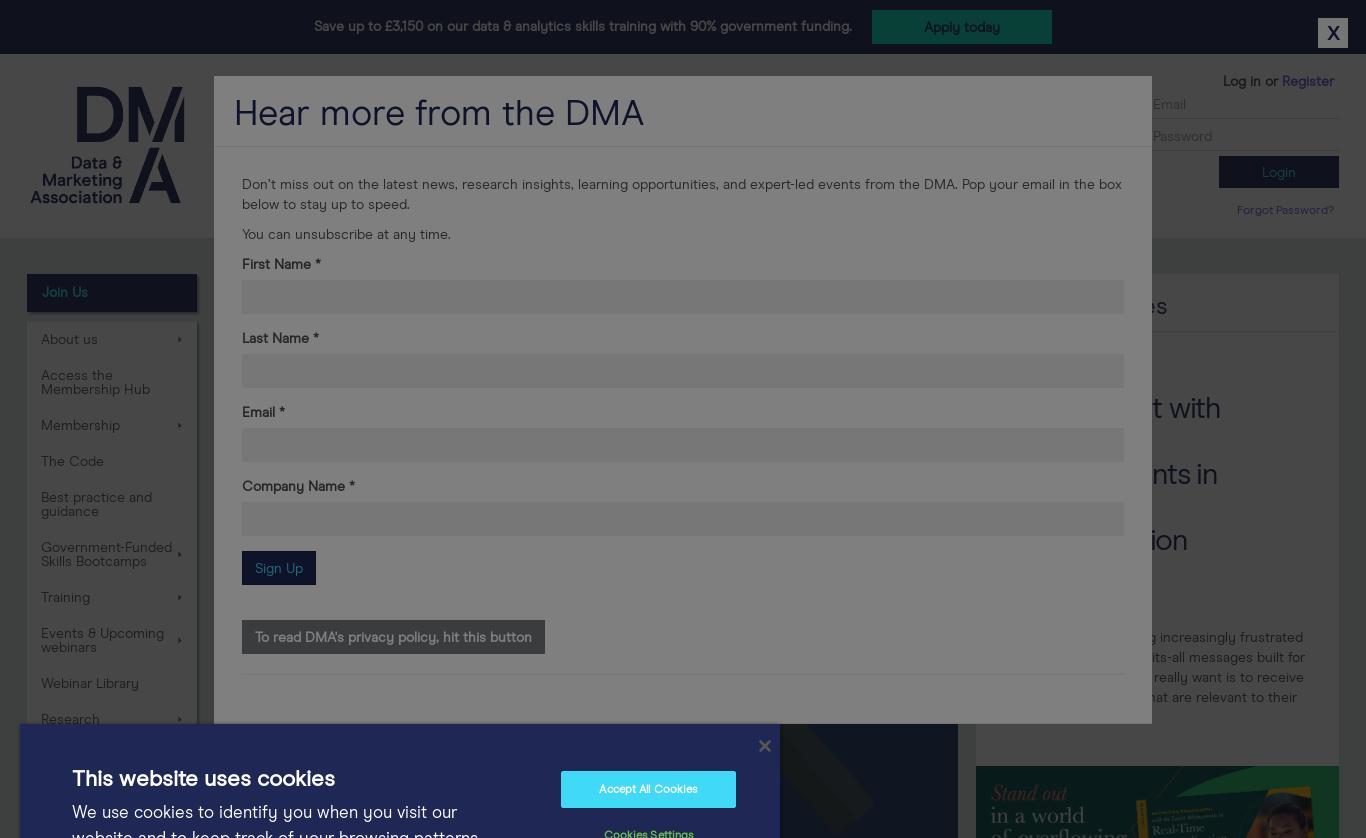  I want to click on 'Bookmarks', so click(548, 207).